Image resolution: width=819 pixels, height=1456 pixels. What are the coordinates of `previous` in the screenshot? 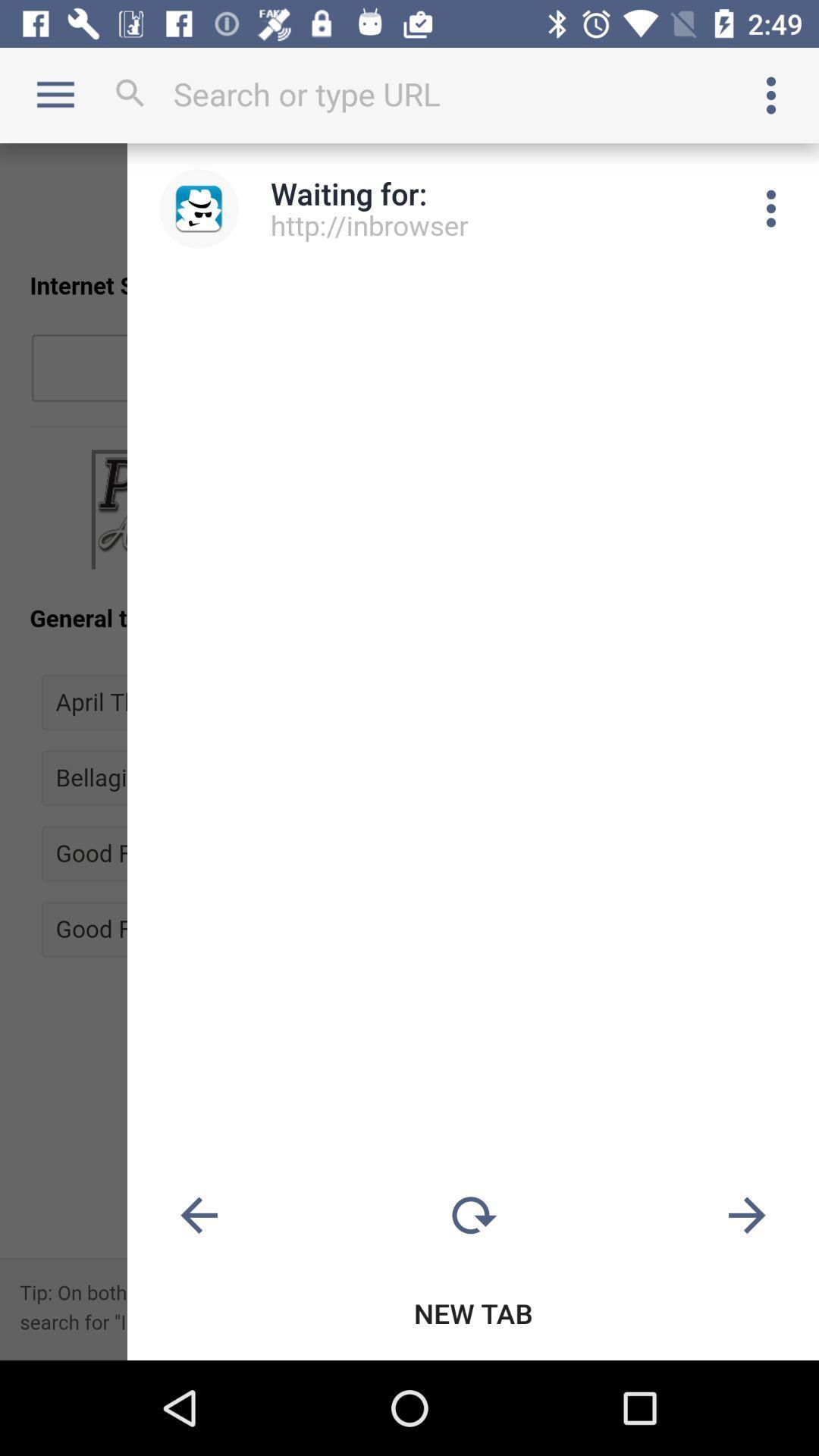 It's located at (198, 1216).